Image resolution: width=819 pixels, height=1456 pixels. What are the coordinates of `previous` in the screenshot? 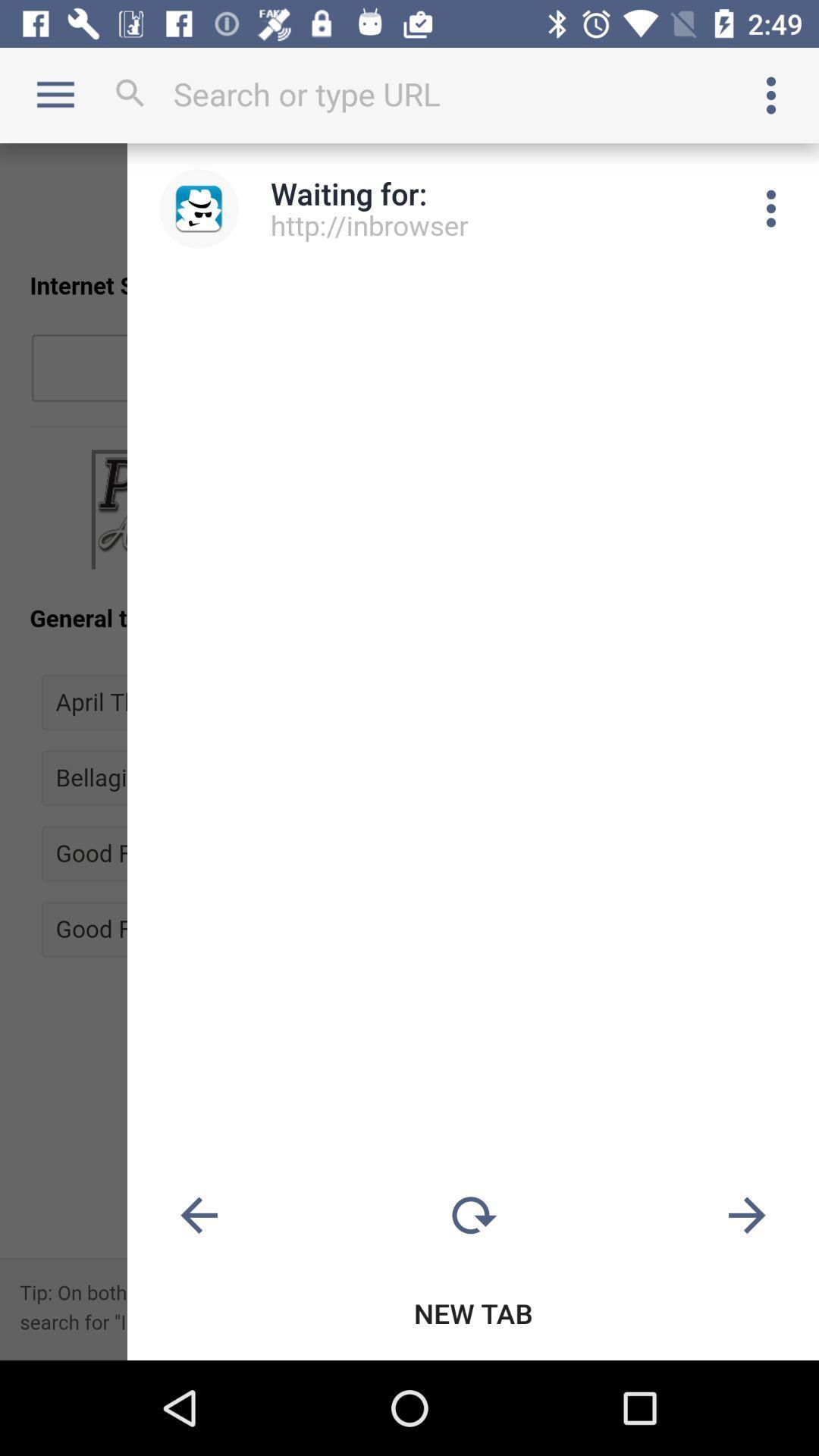 It's located at (198, 1216).